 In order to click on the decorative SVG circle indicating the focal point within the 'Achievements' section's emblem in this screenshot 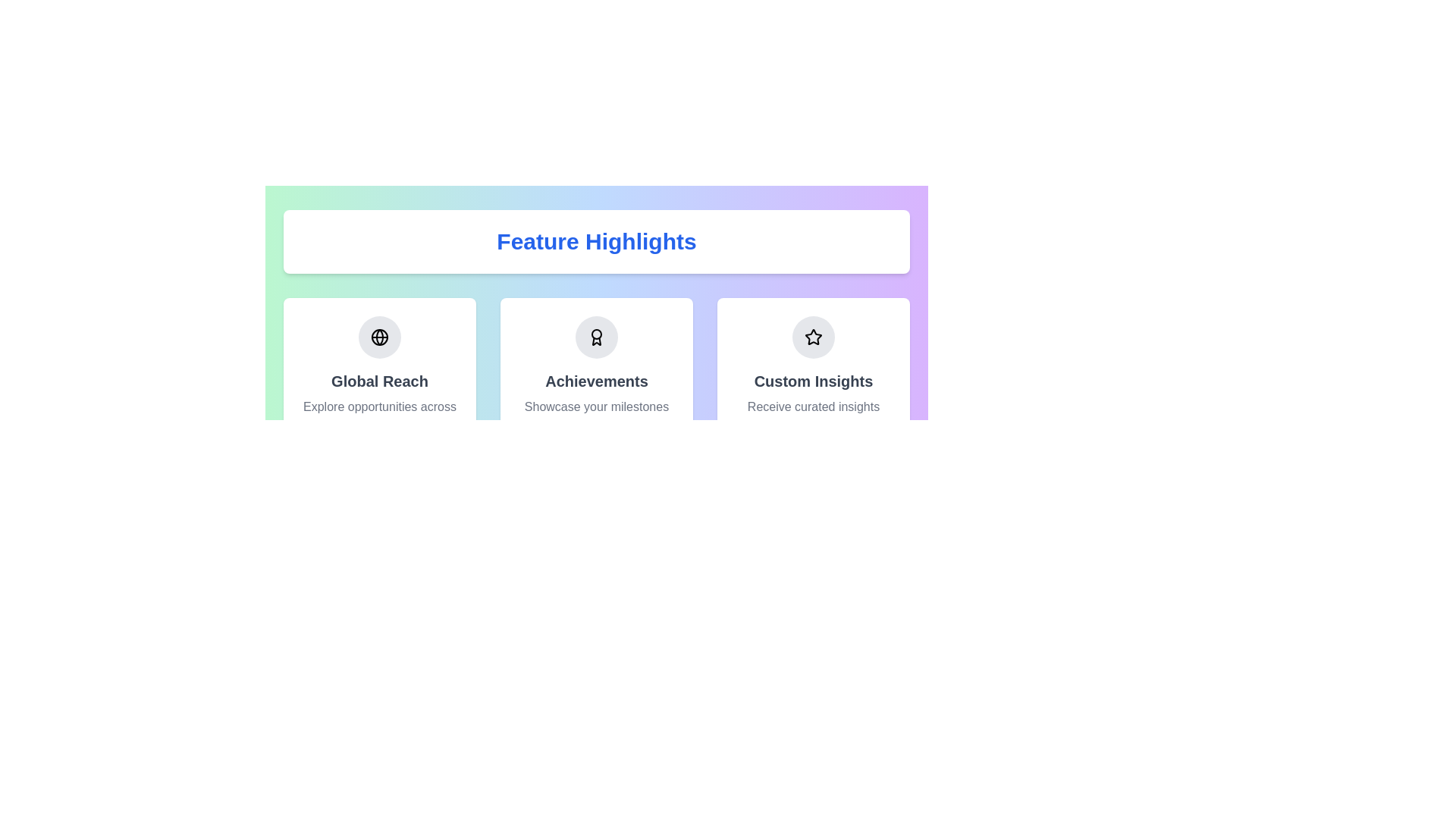, I will do `click(596, 333)`.